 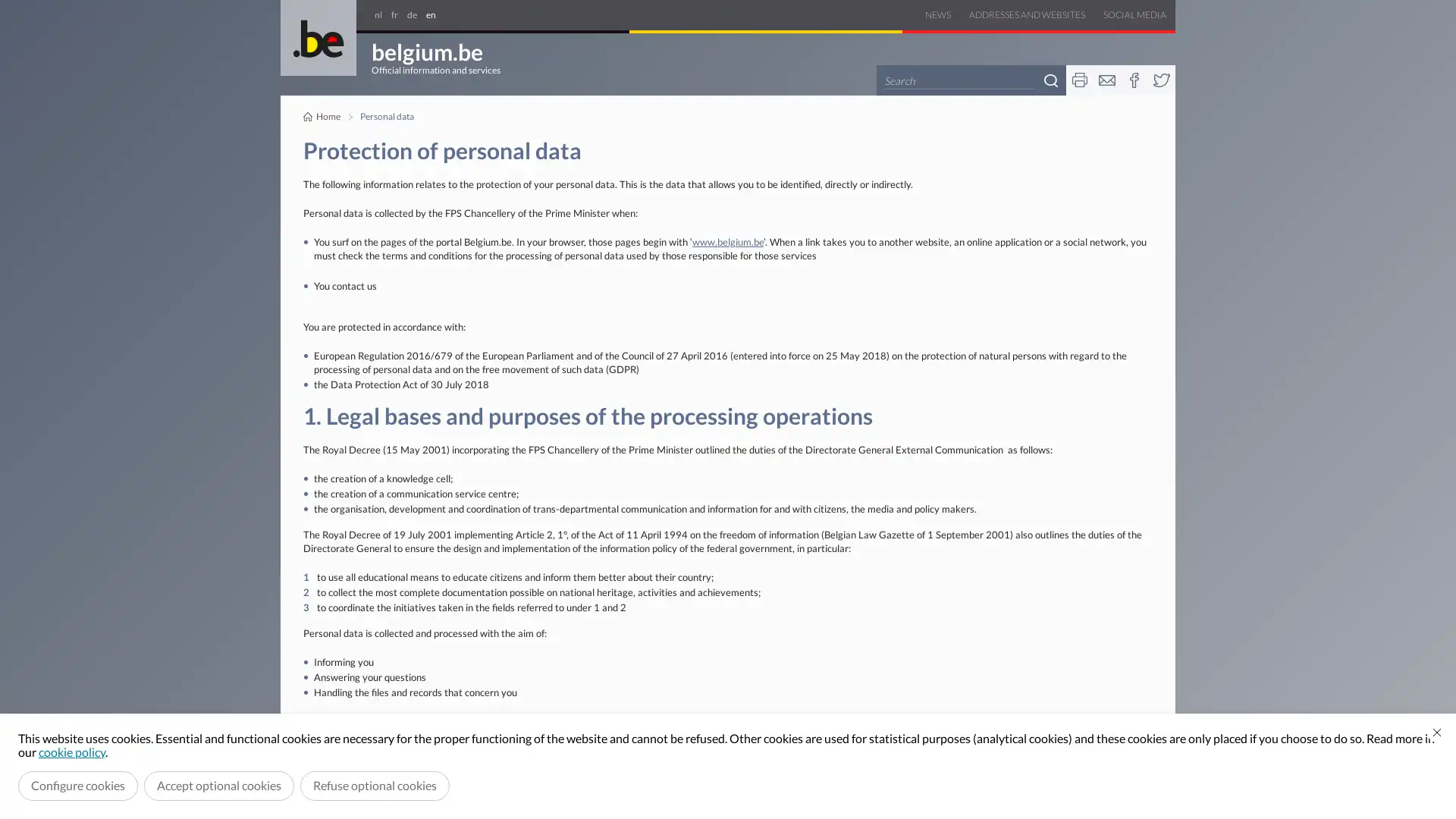 I want to click on Accept optional cookies, so click(x=218, y=785).